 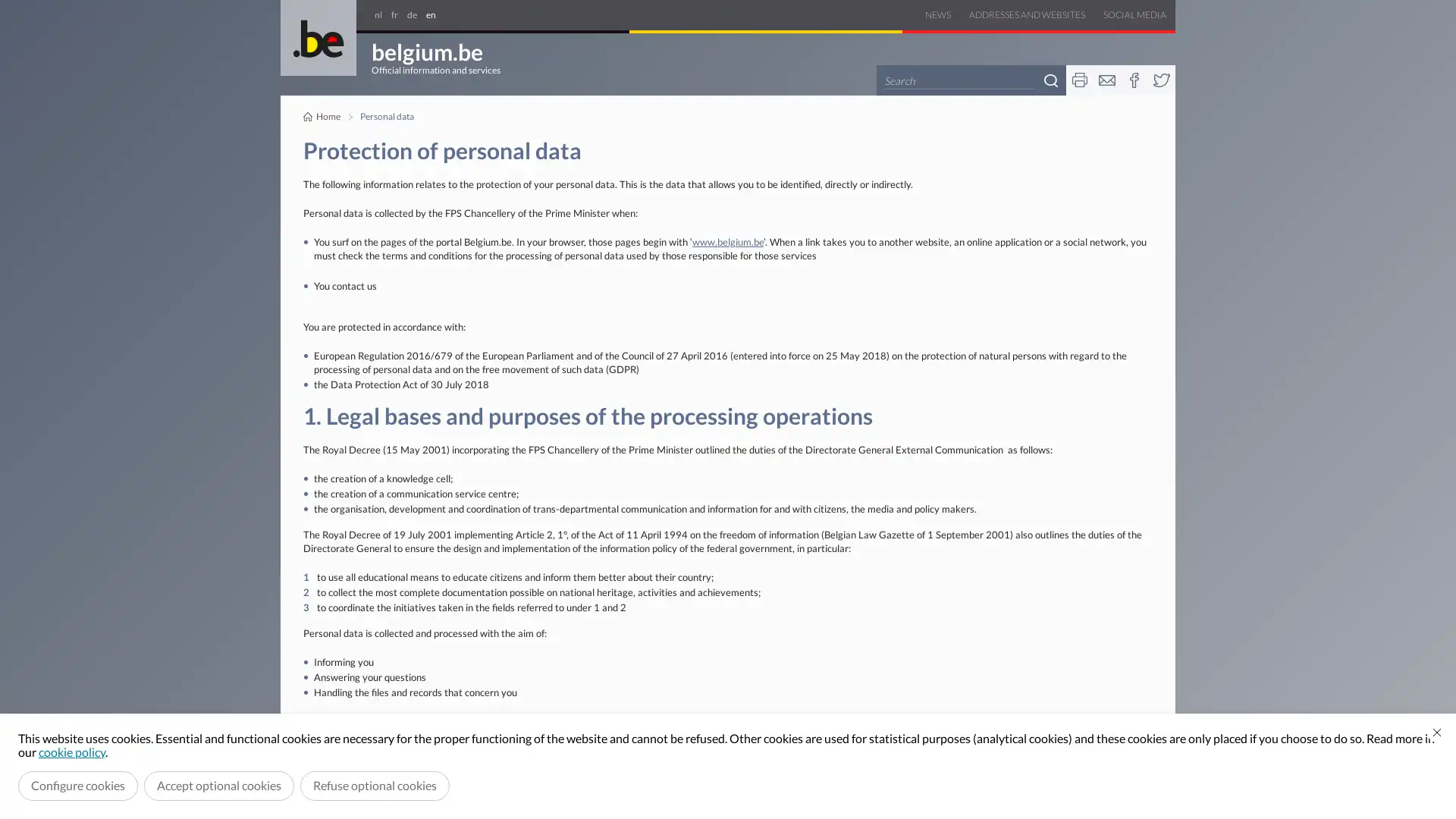 I want to click on Accept optional cookies, so click(x=218, y=785).